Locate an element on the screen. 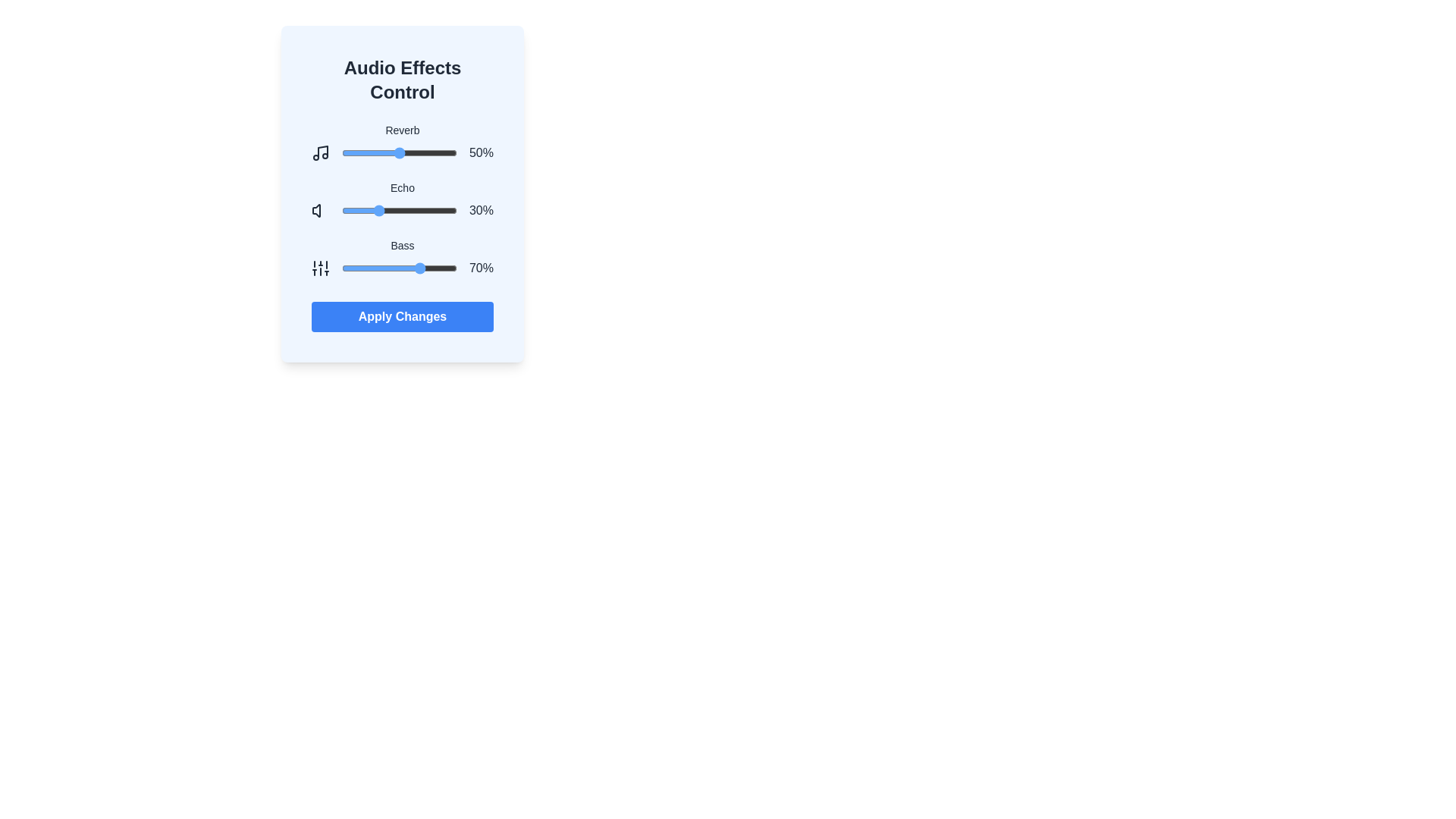 This screenshot has height=819, width=1456. the bass level is located at coordinates (381, 268).